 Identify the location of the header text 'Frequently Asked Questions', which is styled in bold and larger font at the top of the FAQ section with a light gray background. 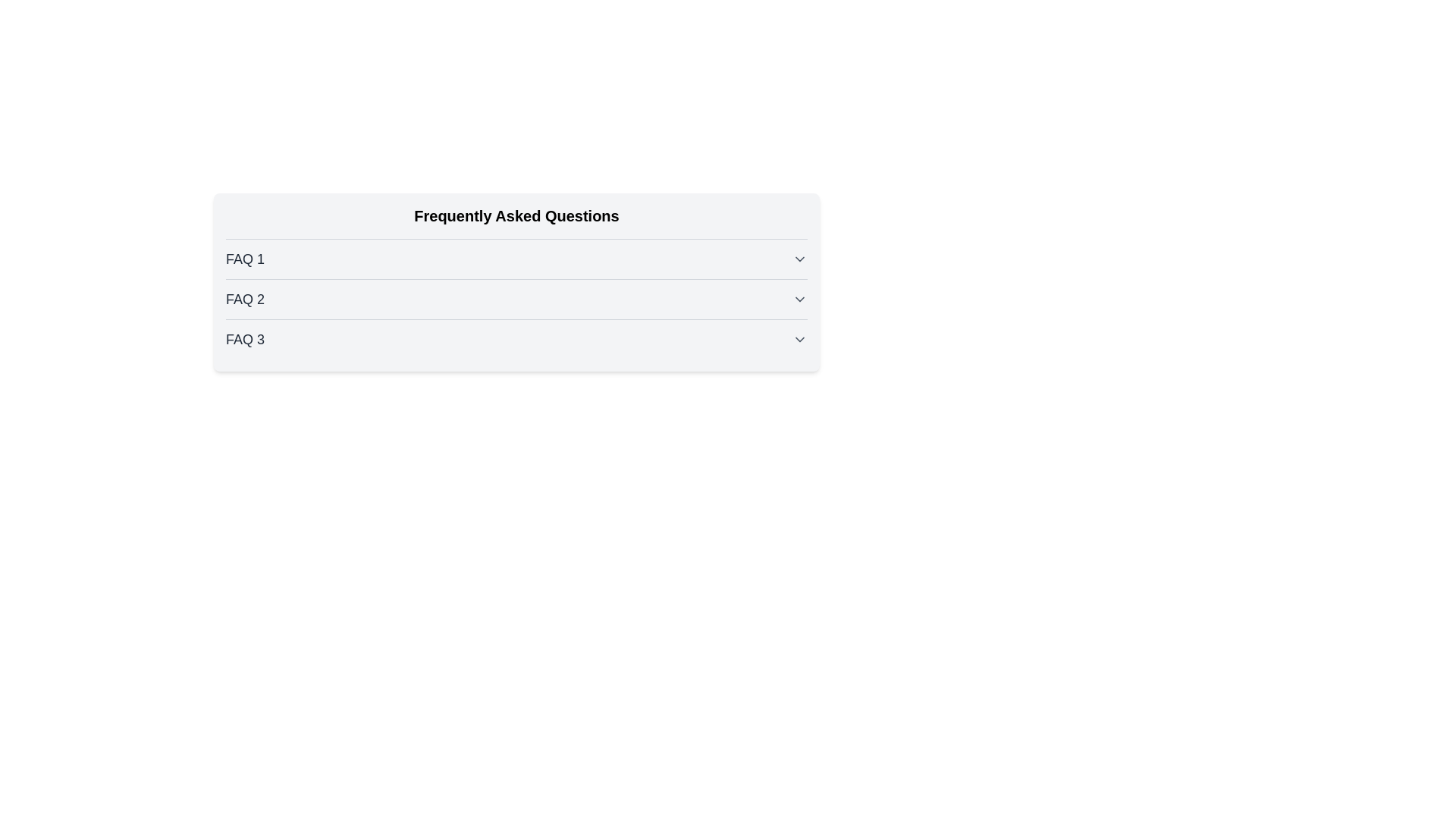
(516, 216).